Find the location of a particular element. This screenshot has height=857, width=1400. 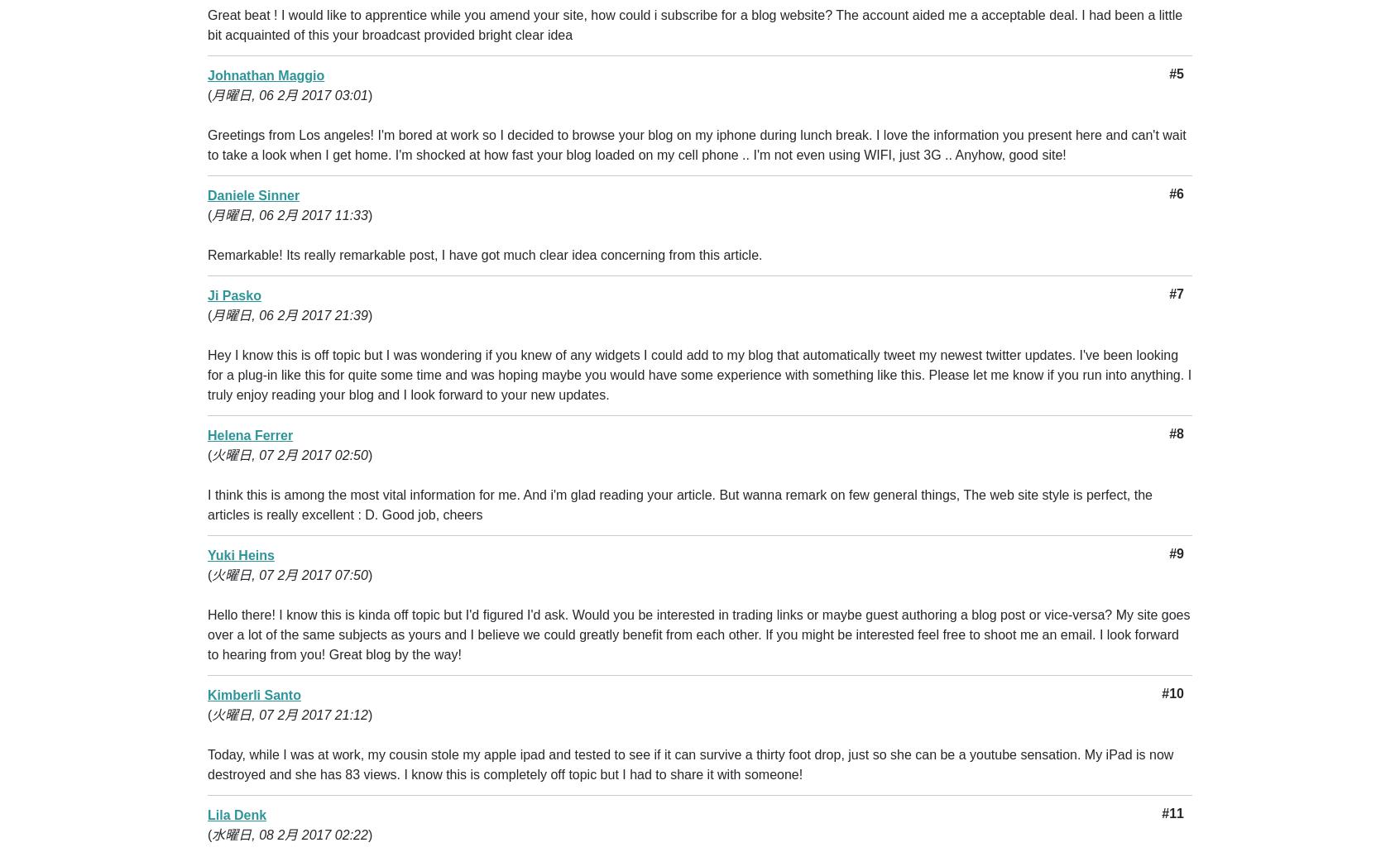

'#9' is located at coordinates (1175, 553).